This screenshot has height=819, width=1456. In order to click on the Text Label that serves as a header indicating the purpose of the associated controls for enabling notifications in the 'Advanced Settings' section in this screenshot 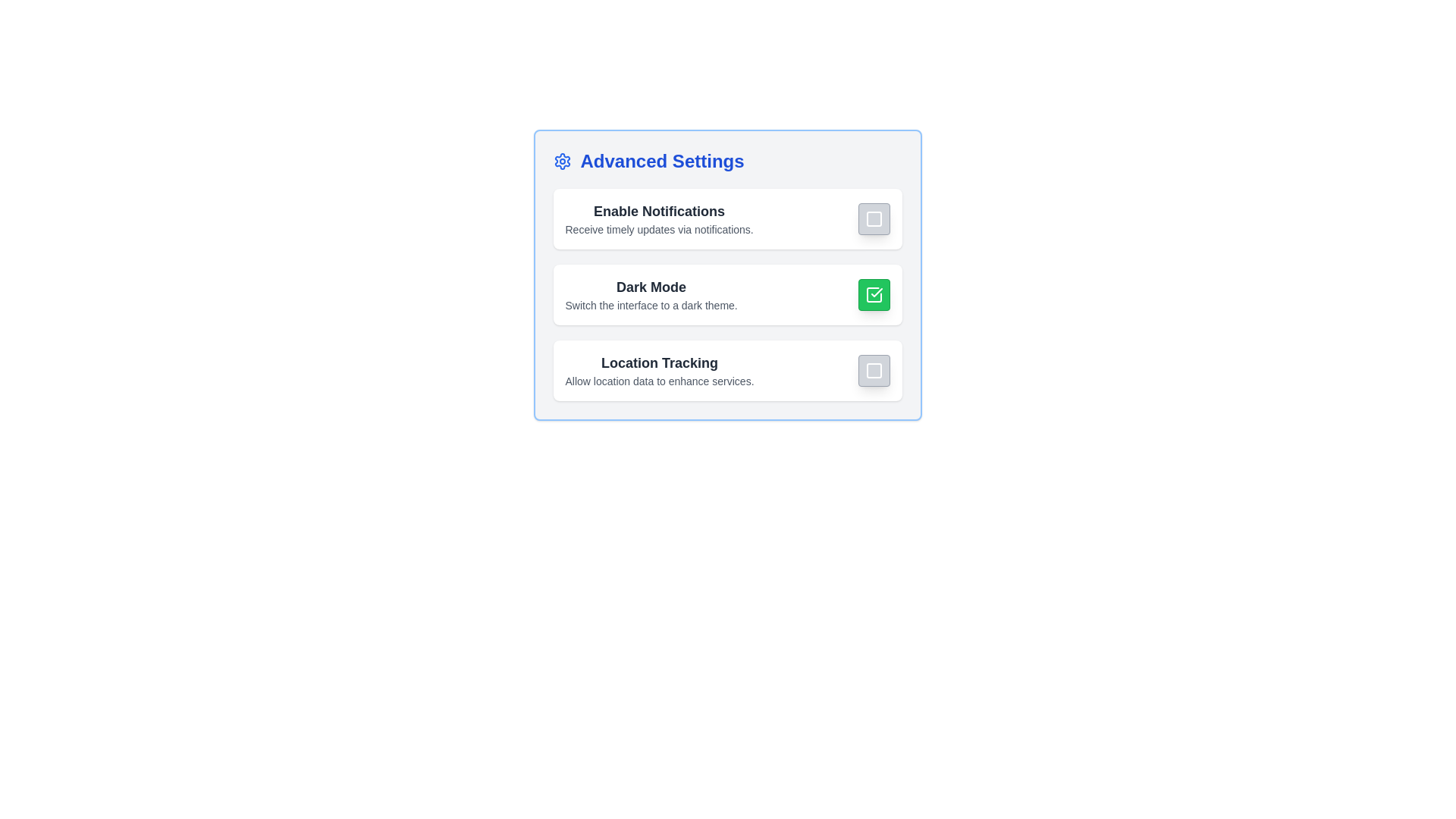, I will do `click(659, 211)`.